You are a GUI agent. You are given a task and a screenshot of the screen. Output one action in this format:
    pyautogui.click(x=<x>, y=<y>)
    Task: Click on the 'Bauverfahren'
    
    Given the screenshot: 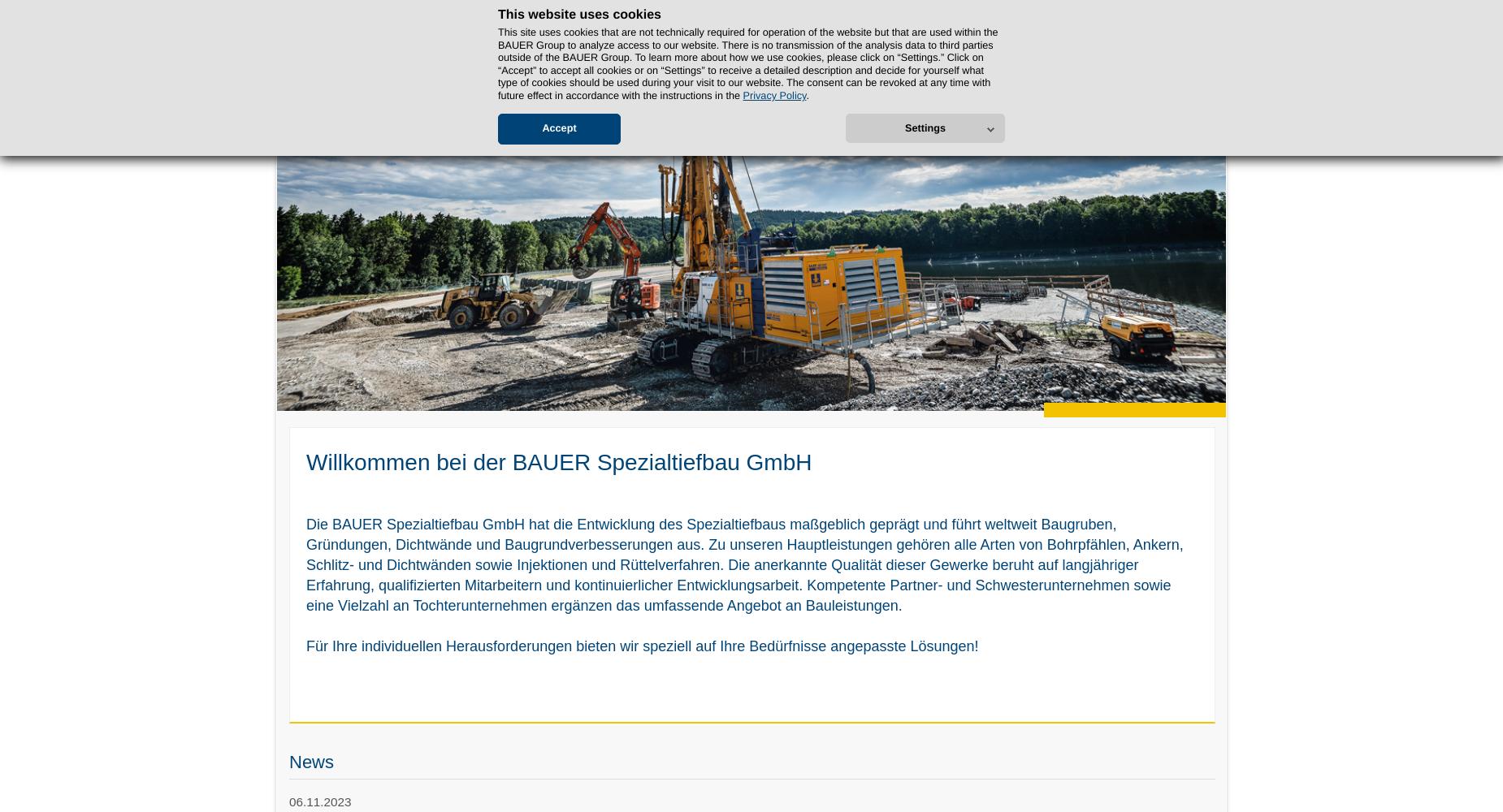 What is the action you would take?
    pyautogui.click(x=521, y=98)
    